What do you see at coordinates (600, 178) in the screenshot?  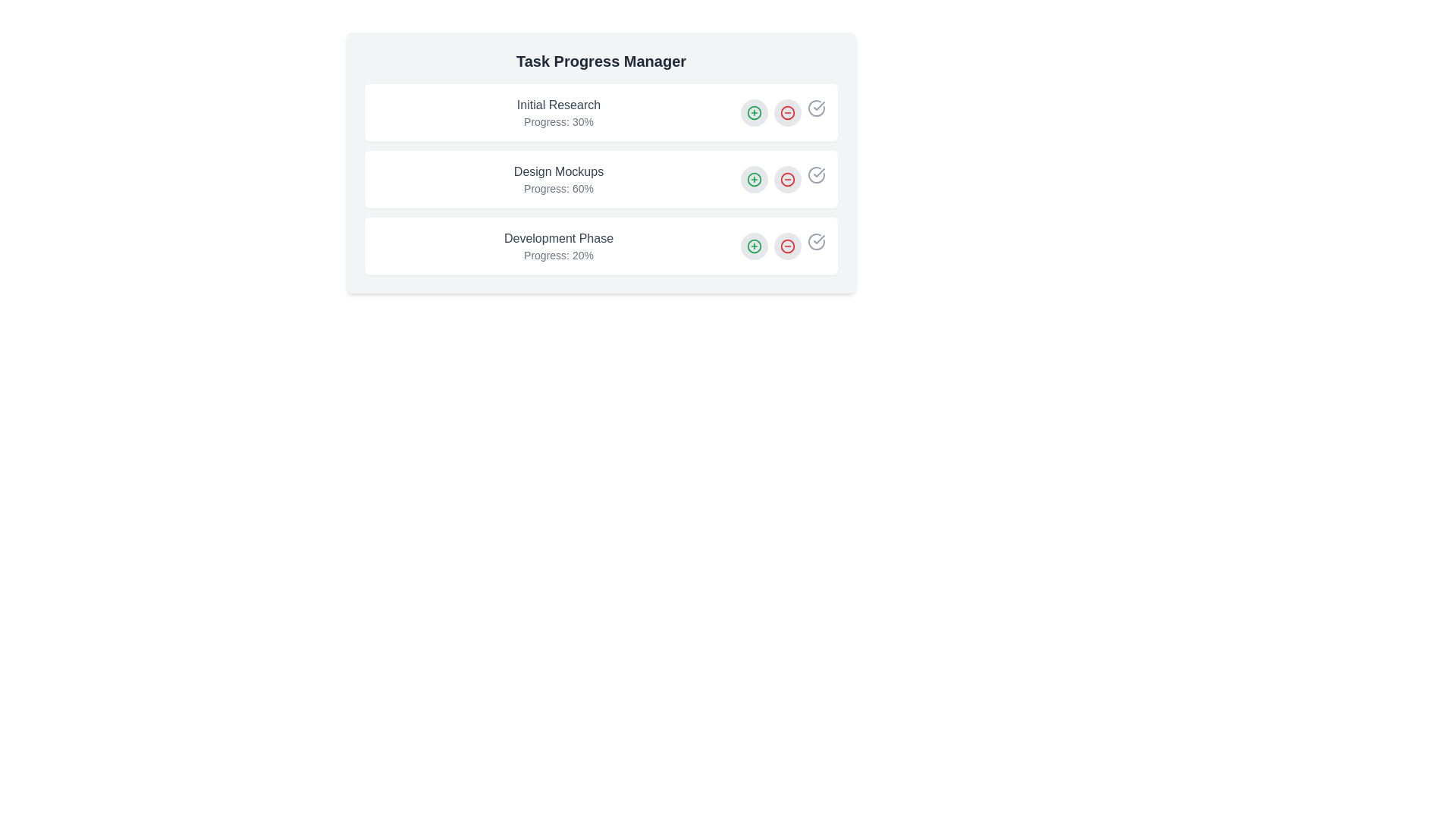 I see `progress details of the middle task entry in the Progress tracking section of the 'Task Progress Manager'` at bounding box center [600, 178].